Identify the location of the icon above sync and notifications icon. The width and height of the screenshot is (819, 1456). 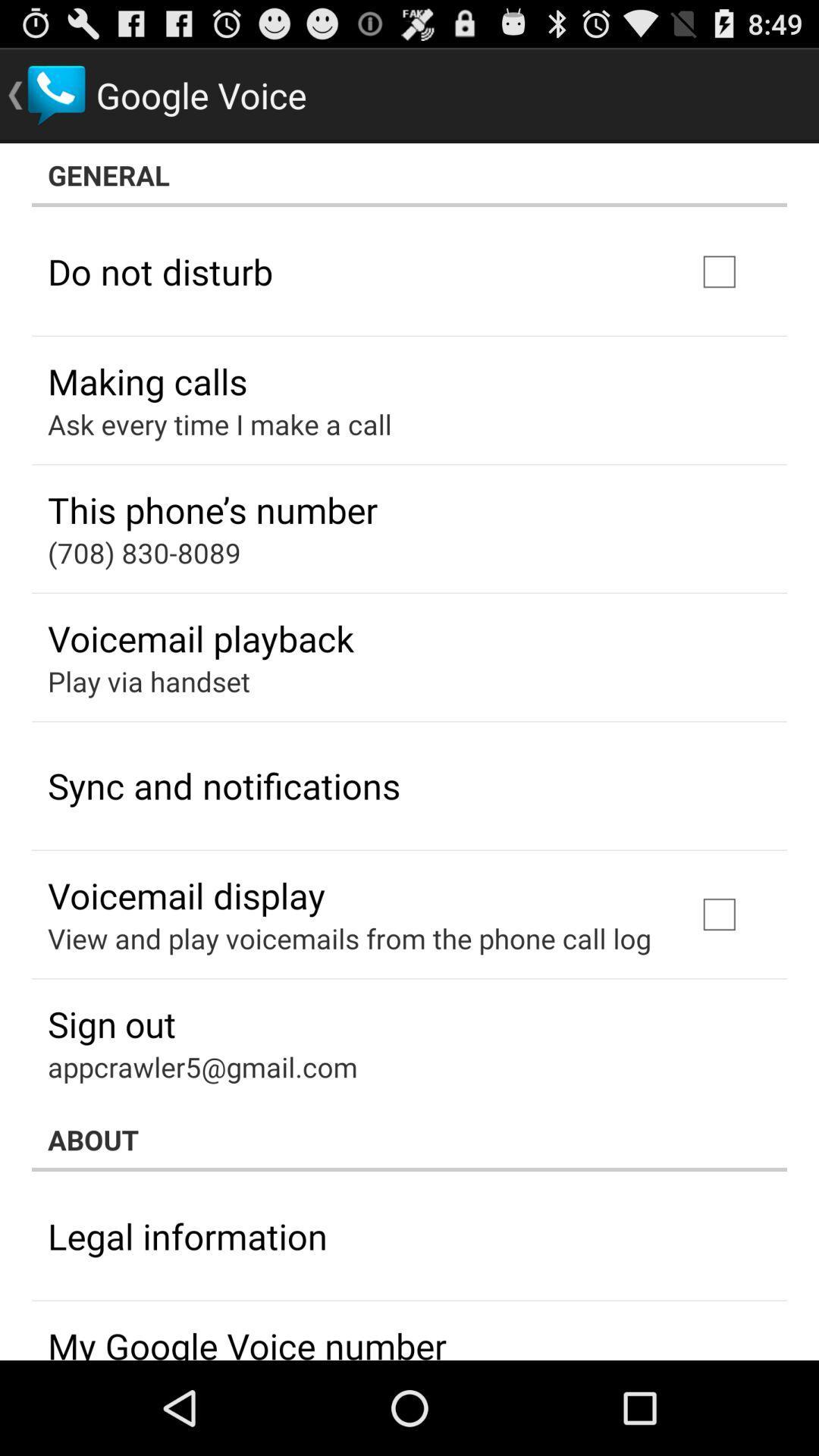
(149, 680).